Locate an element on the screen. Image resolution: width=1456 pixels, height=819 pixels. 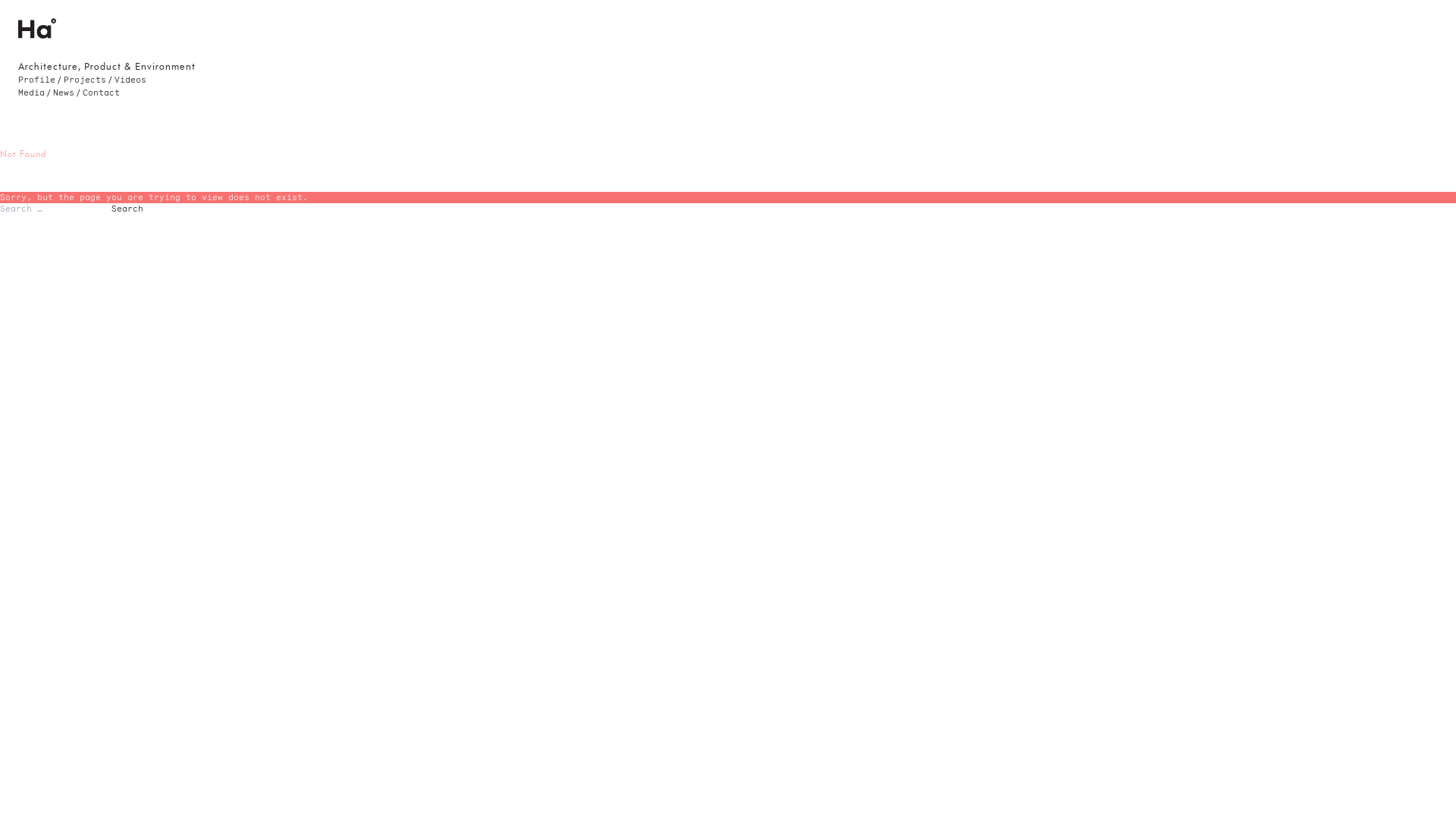
'Media' is located at coordinates (31, 93).